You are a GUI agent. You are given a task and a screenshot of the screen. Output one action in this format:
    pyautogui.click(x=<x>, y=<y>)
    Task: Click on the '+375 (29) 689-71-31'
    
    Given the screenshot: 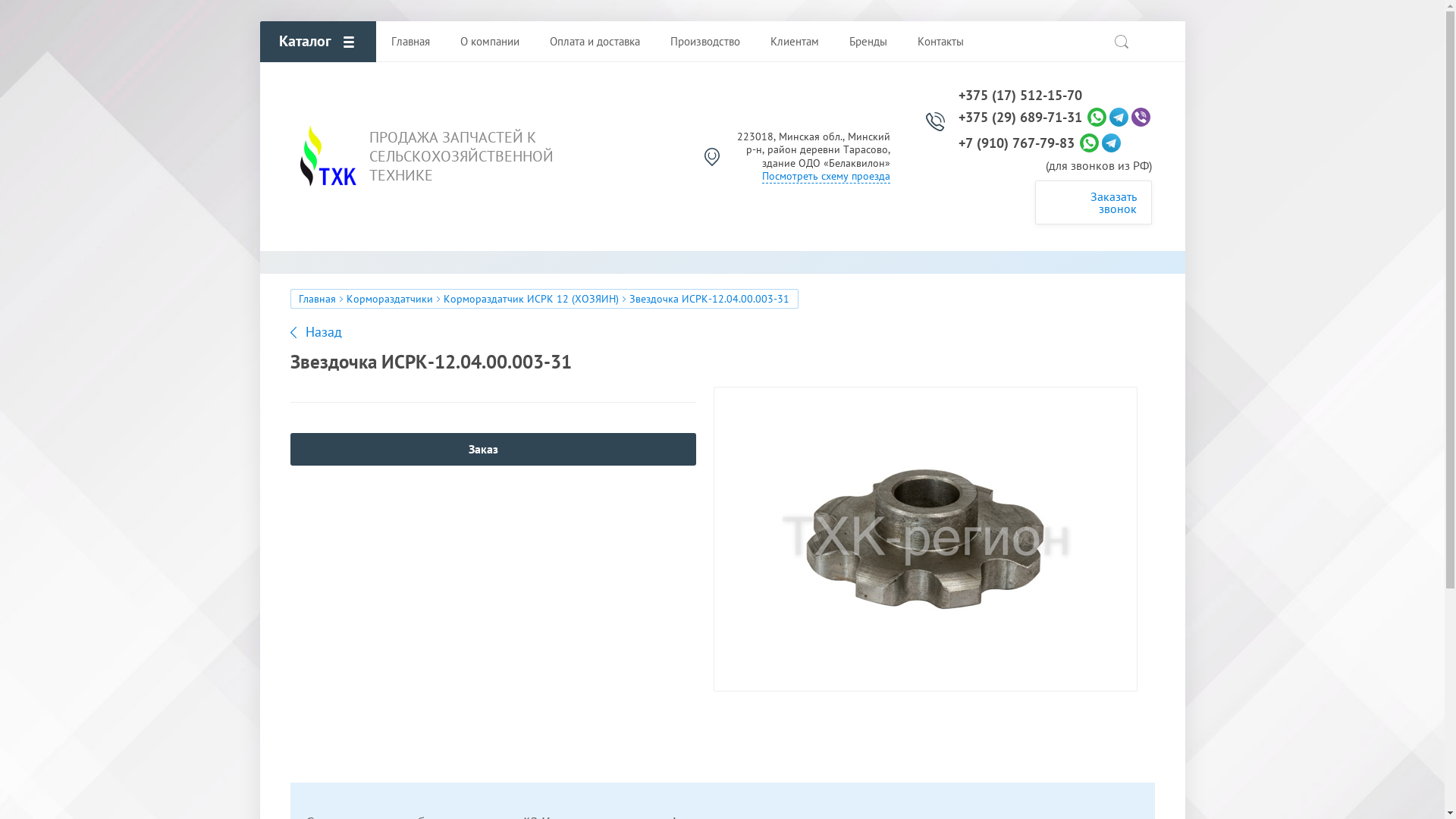 What is the action you would take?
    pyautogui.click(x=1020, y=116)
    